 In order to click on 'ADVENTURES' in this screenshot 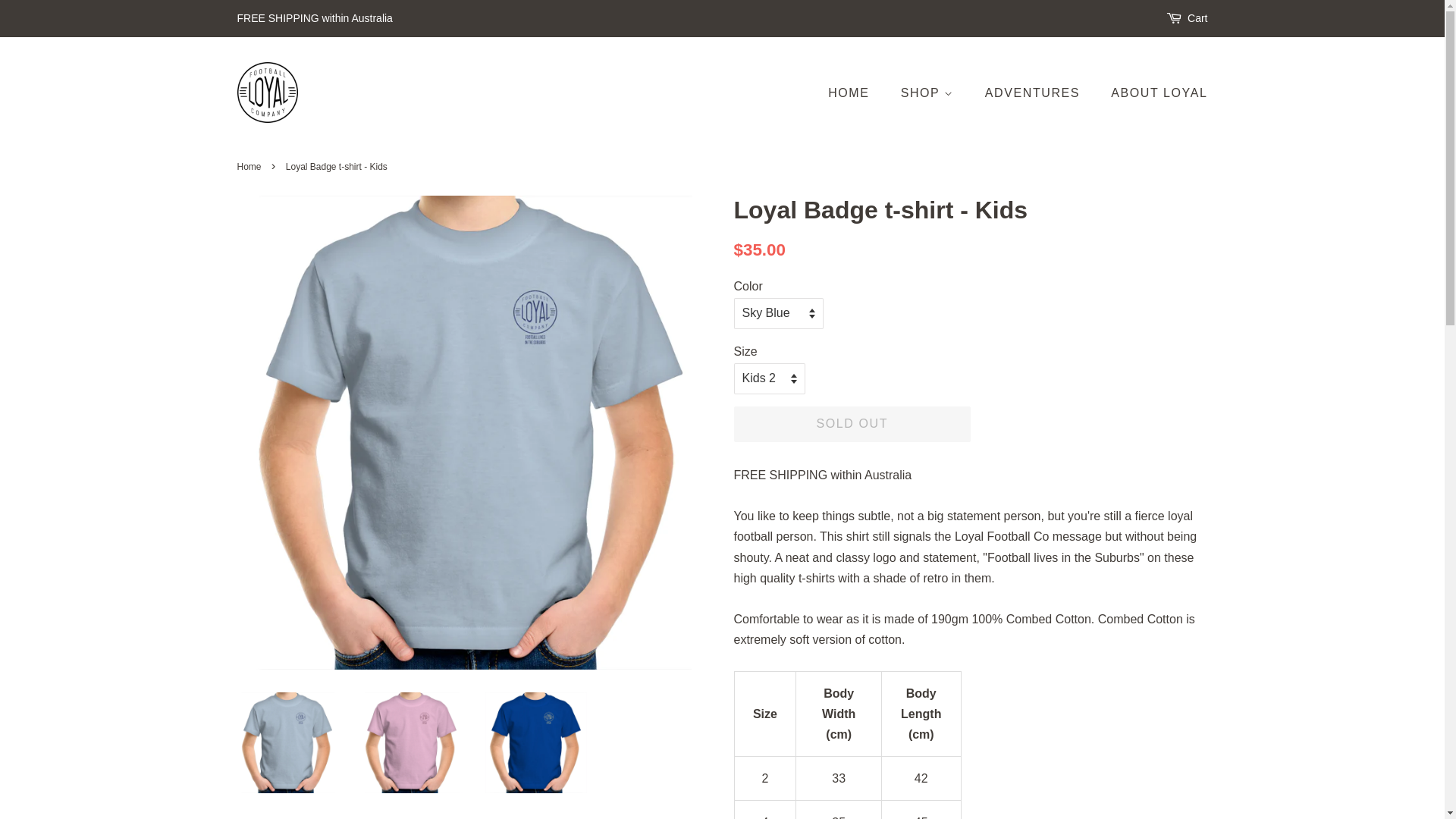, I will do `click(1033, 93)`.